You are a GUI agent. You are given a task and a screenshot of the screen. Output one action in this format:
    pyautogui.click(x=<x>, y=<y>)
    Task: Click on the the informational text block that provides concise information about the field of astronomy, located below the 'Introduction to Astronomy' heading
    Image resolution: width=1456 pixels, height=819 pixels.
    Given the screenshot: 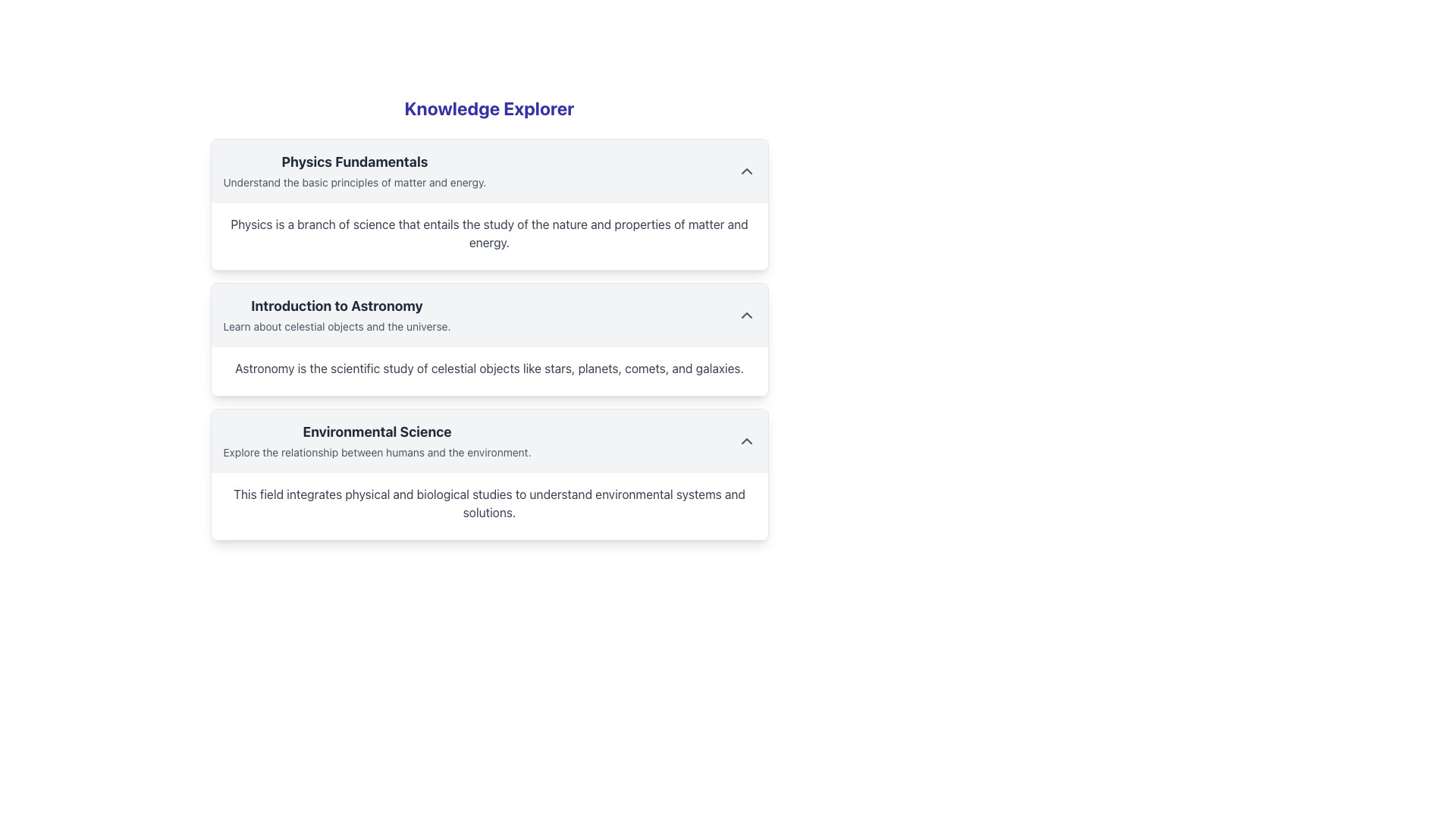 What is the action you would take?
    pyautogui.click(x=489, y=369)
    